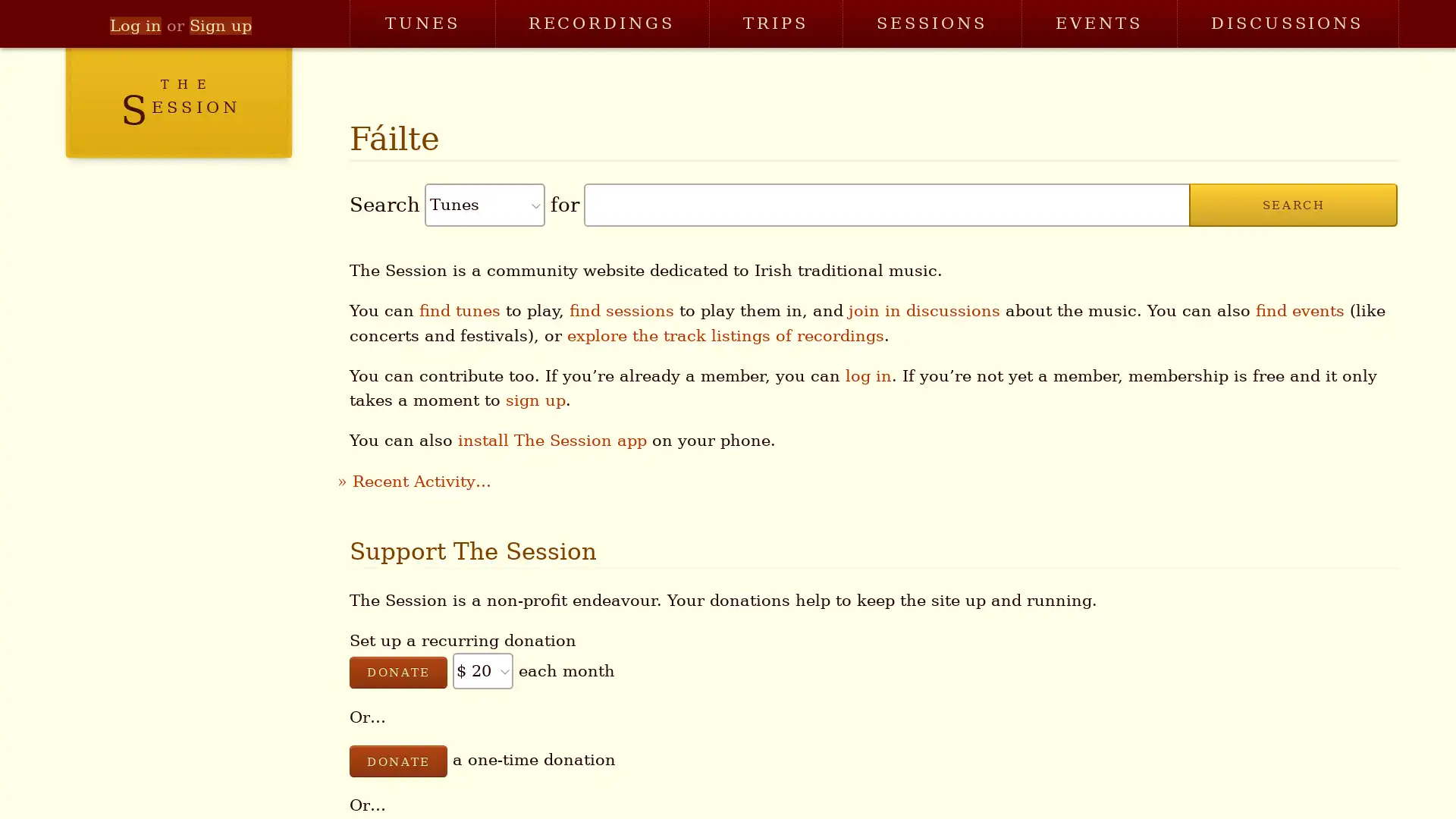 Image resolution: width=1456 pixels, height=819 pixels. I want to click on search, so click(1291, 205).